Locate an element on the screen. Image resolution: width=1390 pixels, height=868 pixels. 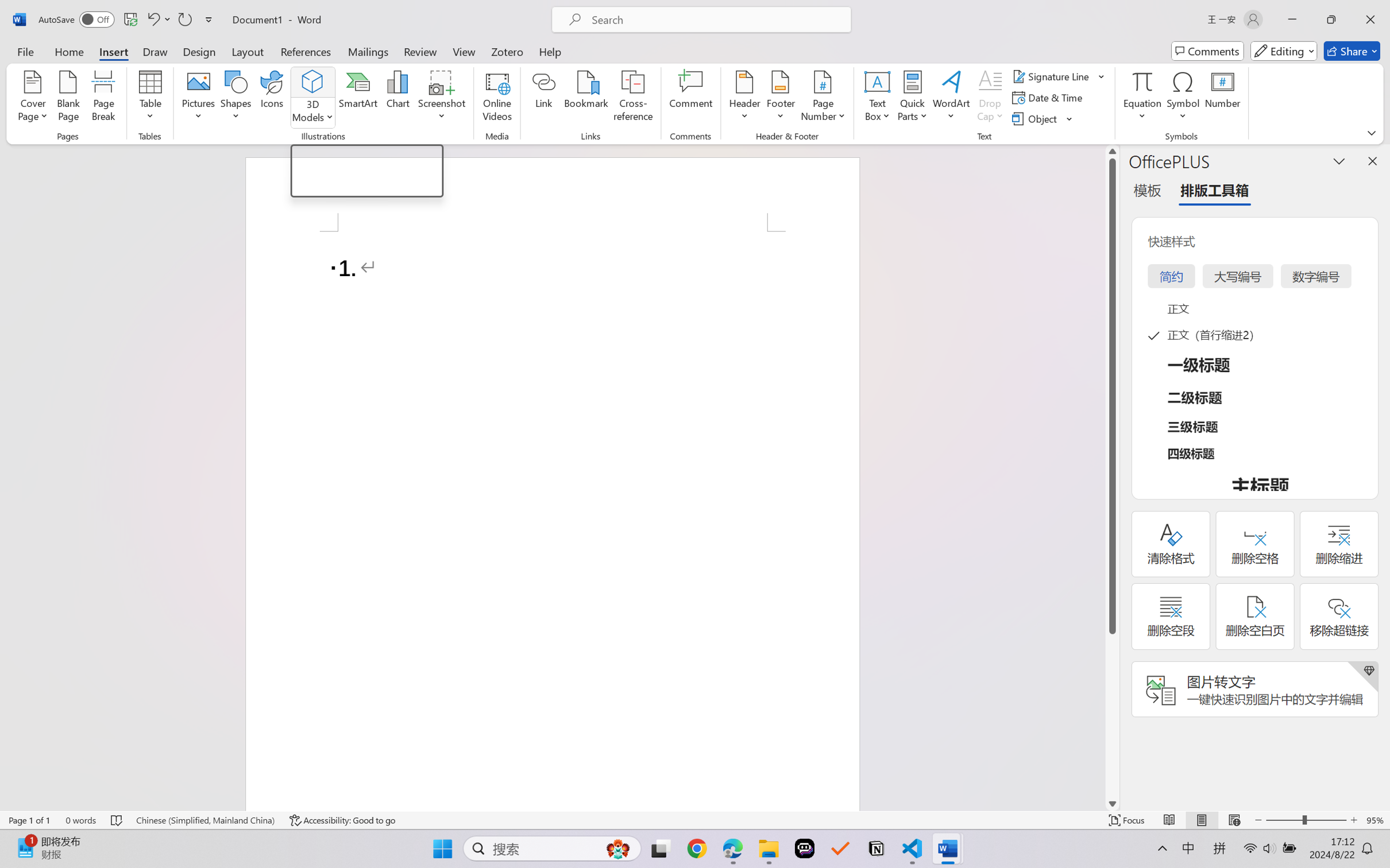
'Cross-reference...' is located at coordinates (632, 98).